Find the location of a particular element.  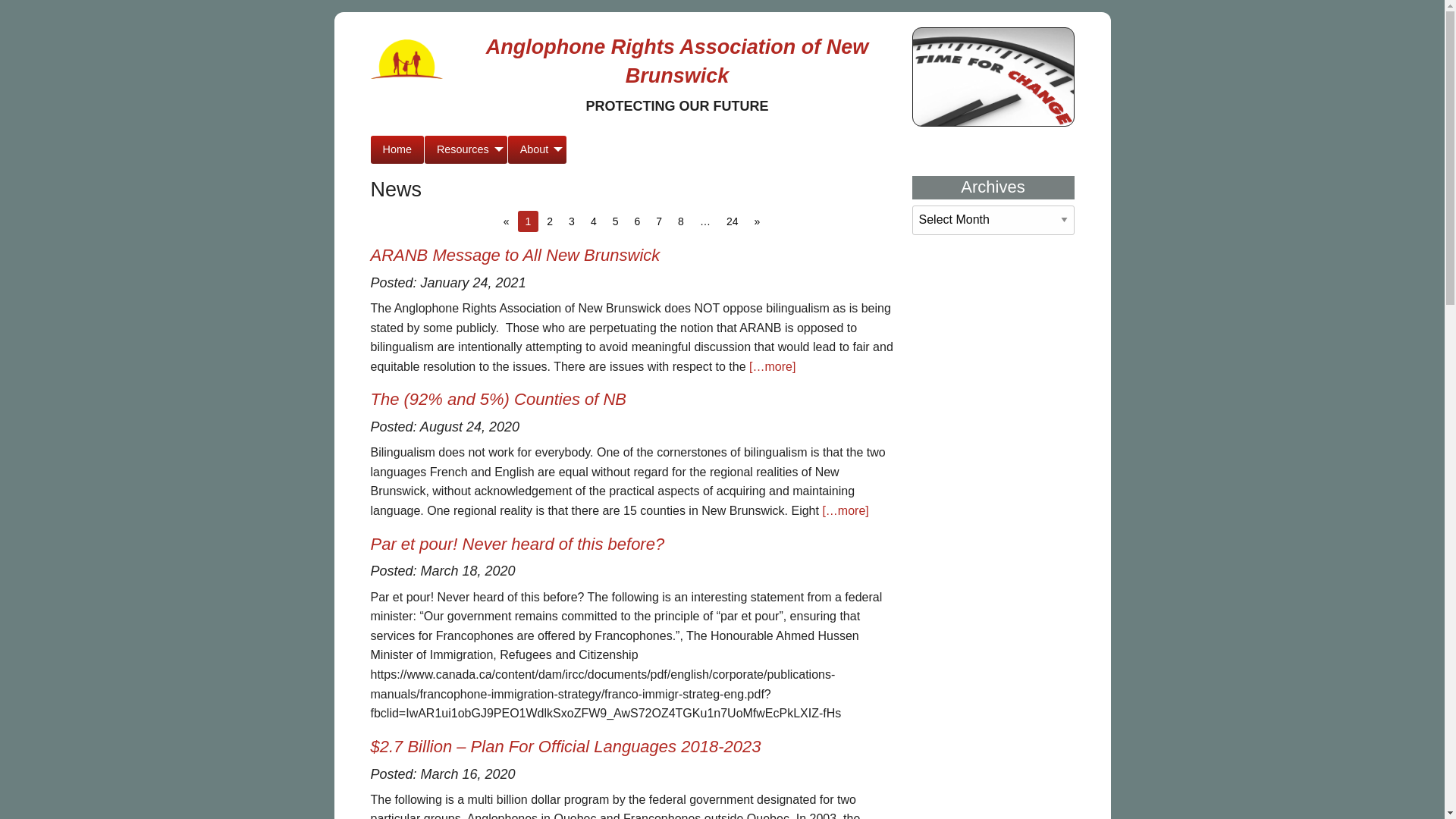

'7' is located at coordinates (658, 221).